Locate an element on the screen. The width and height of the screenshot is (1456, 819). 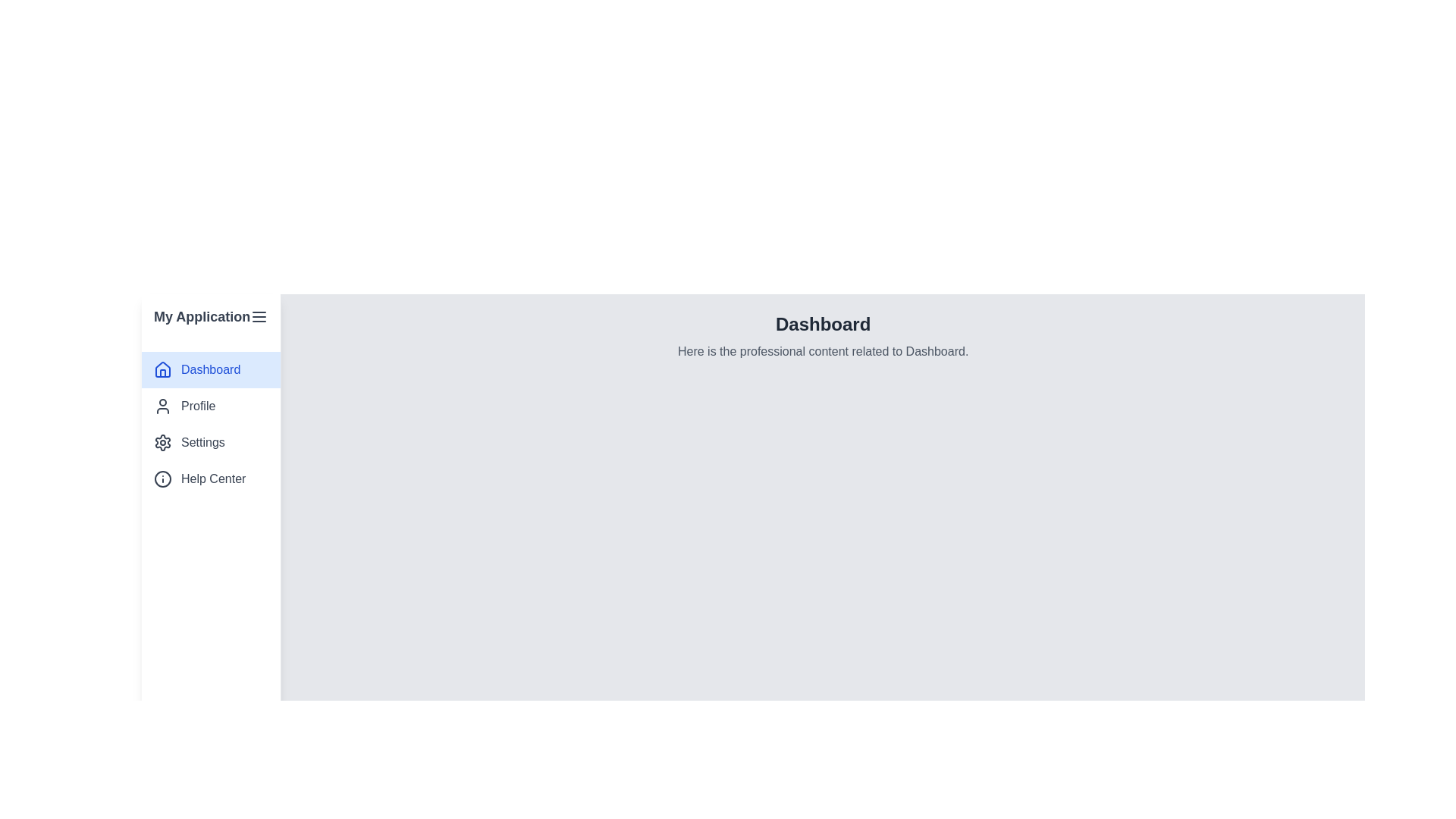
the navigation menu item located third in the vertical list of the left sidebar is located at coordinates (210, 442).